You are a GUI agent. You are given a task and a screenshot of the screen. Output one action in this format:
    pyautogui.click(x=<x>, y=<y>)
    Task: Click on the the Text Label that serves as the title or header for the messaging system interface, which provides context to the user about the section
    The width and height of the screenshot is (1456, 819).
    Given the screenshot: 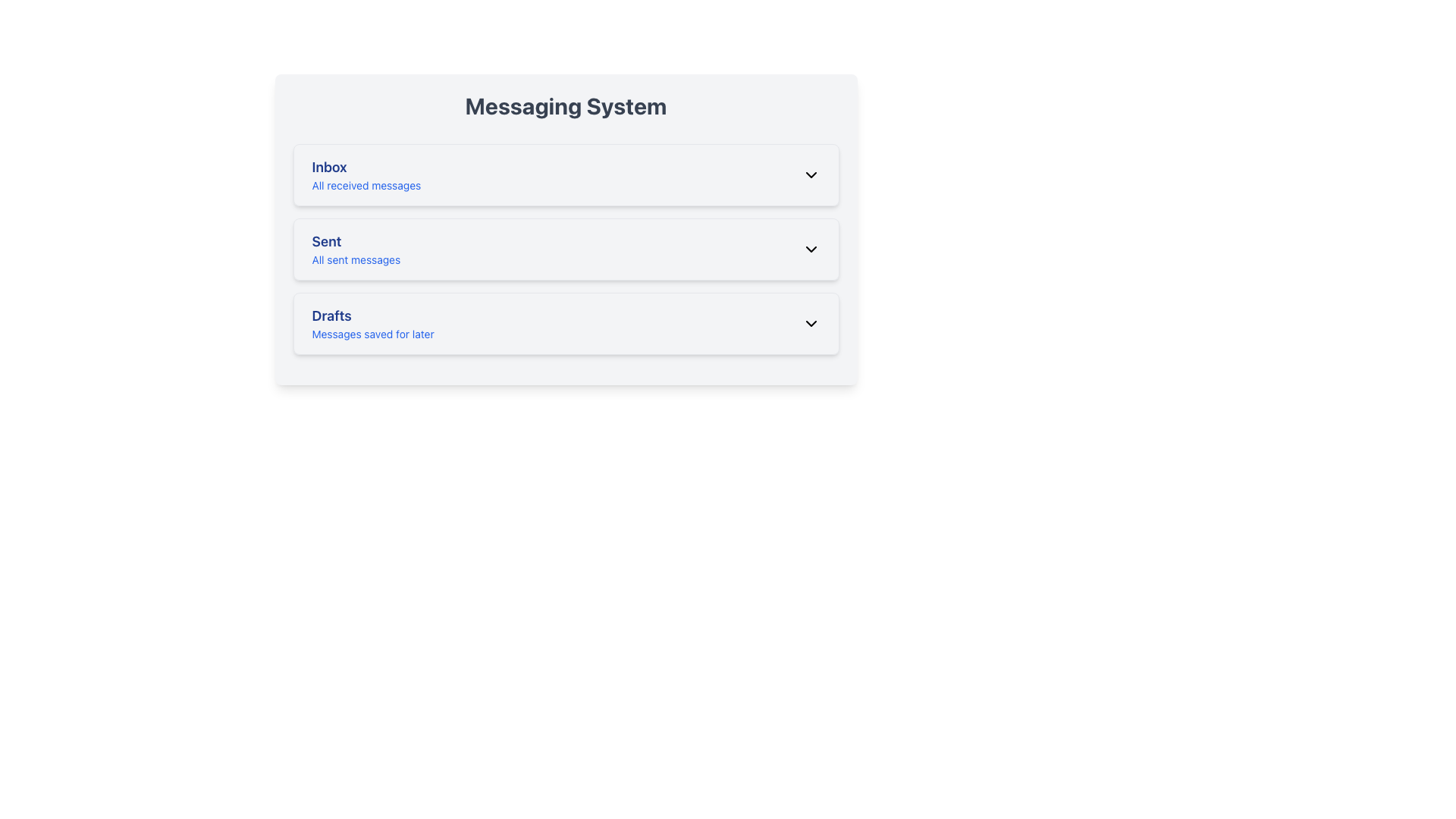 What is the action you would take?
    pyautogui.click(x=565, y=105)
    